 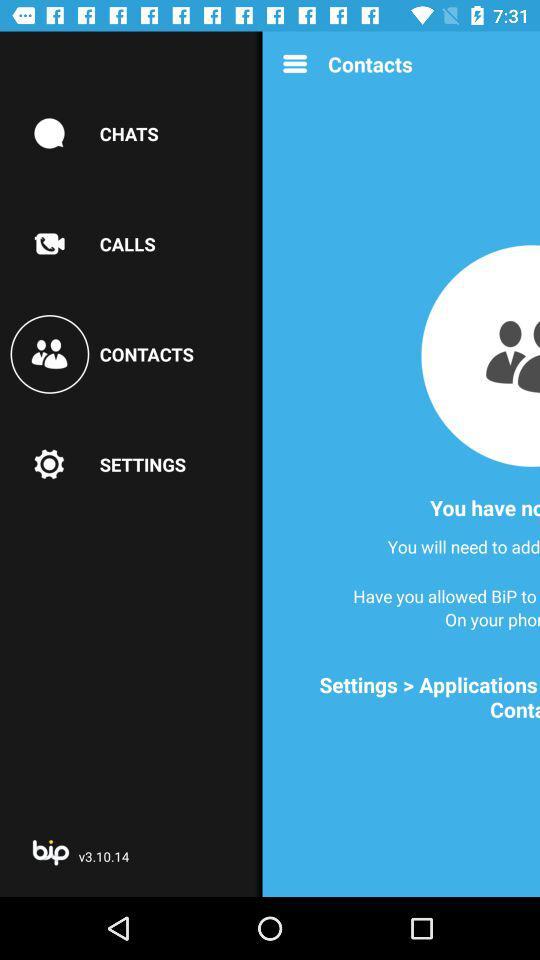 I want to click on the item below on your phone icon, so click(x=406, y=697).